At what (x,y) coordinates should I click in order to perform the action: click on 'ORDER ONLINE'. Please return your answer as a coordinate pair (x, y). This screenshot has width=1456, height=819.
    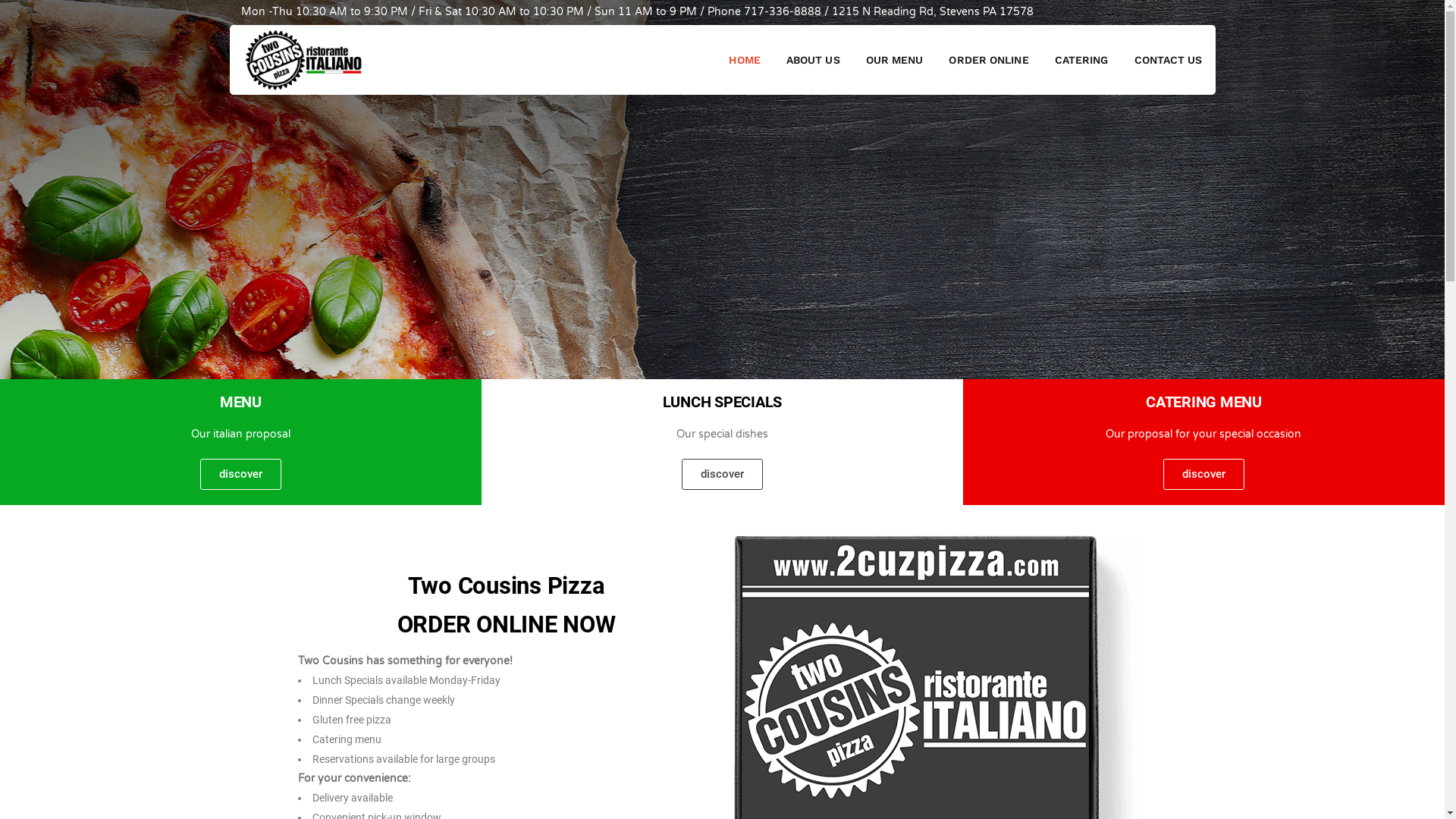
    Looking at the image, I should click on (988, 58).